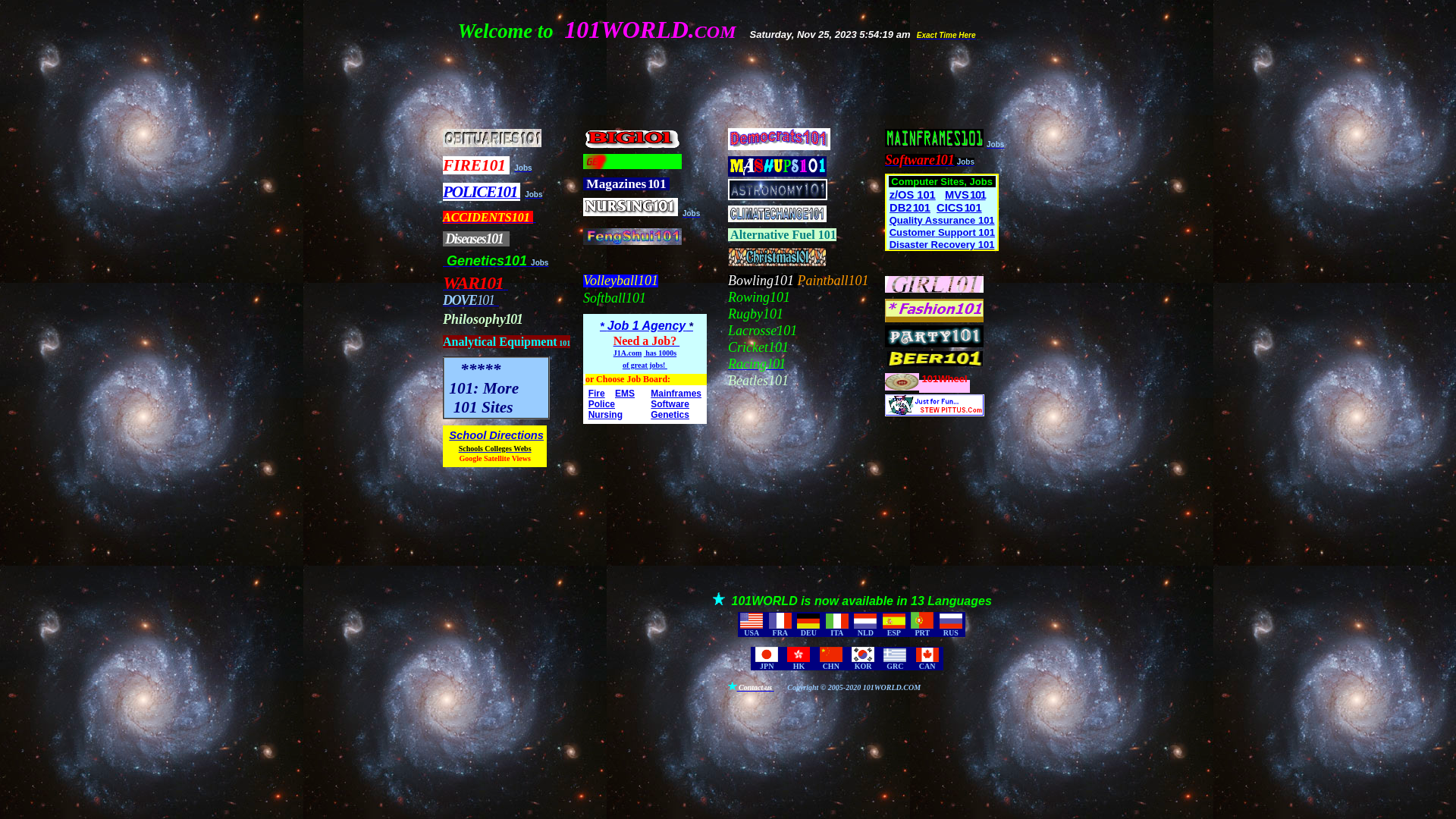 Image resolution: width=1456 pixels, height=819 pixels. What do you see at coordinates (908, 243) in the screenshot?
I see `'Disaster'` at bounding box center [908, 243].